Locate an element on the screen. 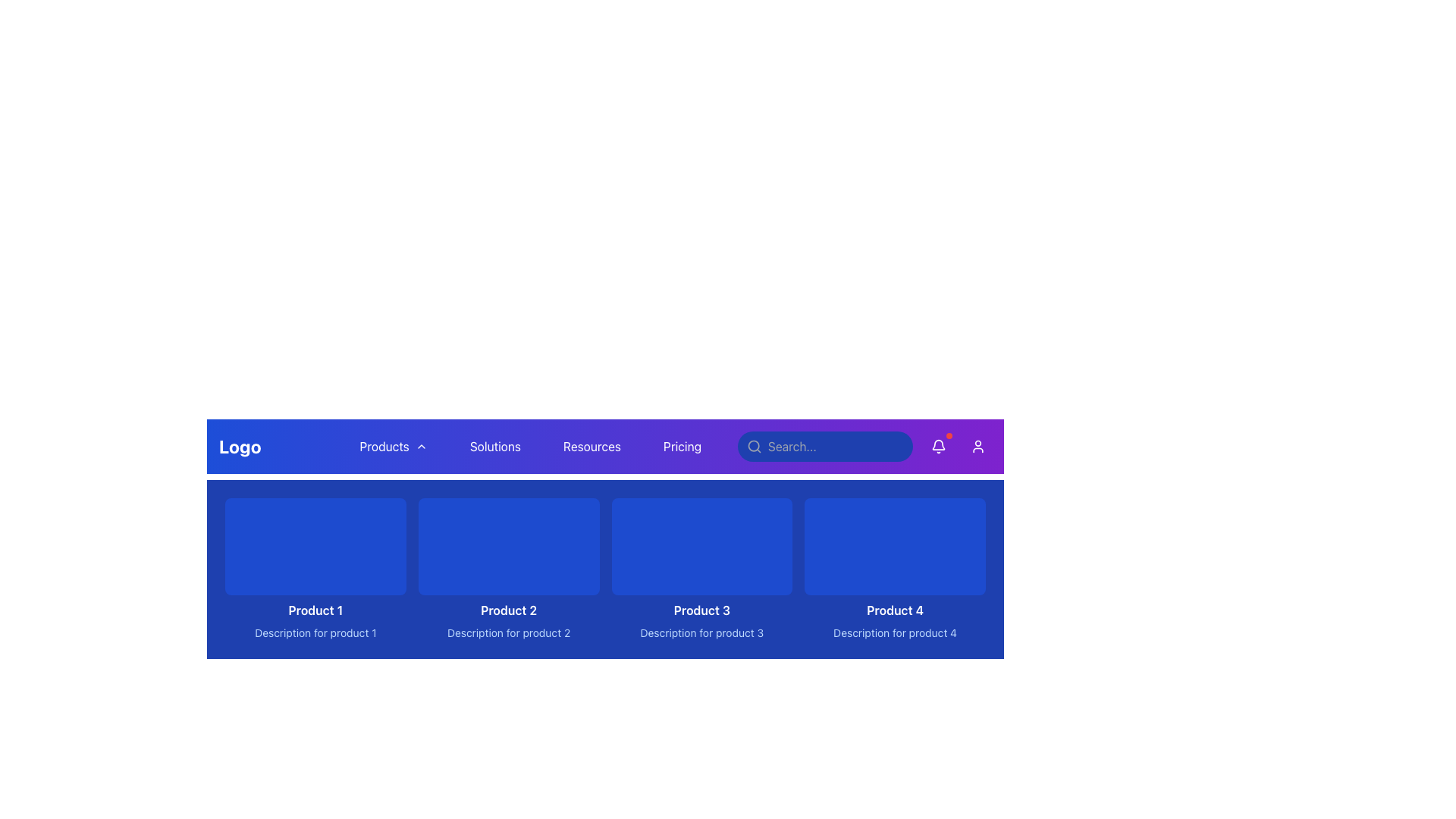 The height and width of the screenshot is (819, 1456). the product card component representing 'Product 3', which is the third card in a grid layout of four cards, positioned in the third column is located at coordinates (701, 570).